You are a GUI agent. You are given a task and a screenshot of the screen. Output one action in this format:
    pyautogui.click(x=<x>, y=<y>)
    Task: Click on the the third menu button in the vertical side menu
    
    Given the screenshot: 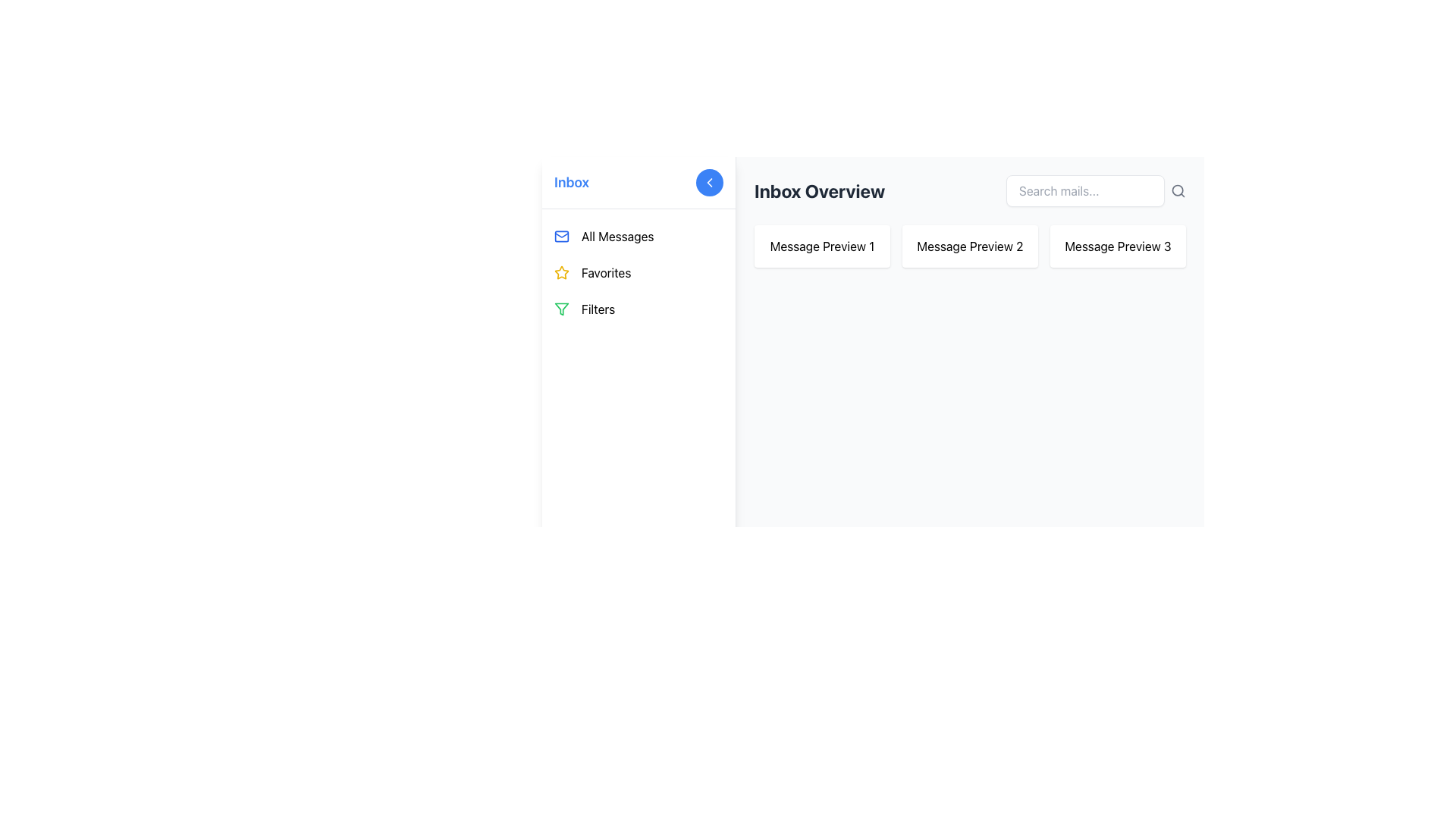 What is the action you would take?
    pyautogui.click(x=639, y=309)
    